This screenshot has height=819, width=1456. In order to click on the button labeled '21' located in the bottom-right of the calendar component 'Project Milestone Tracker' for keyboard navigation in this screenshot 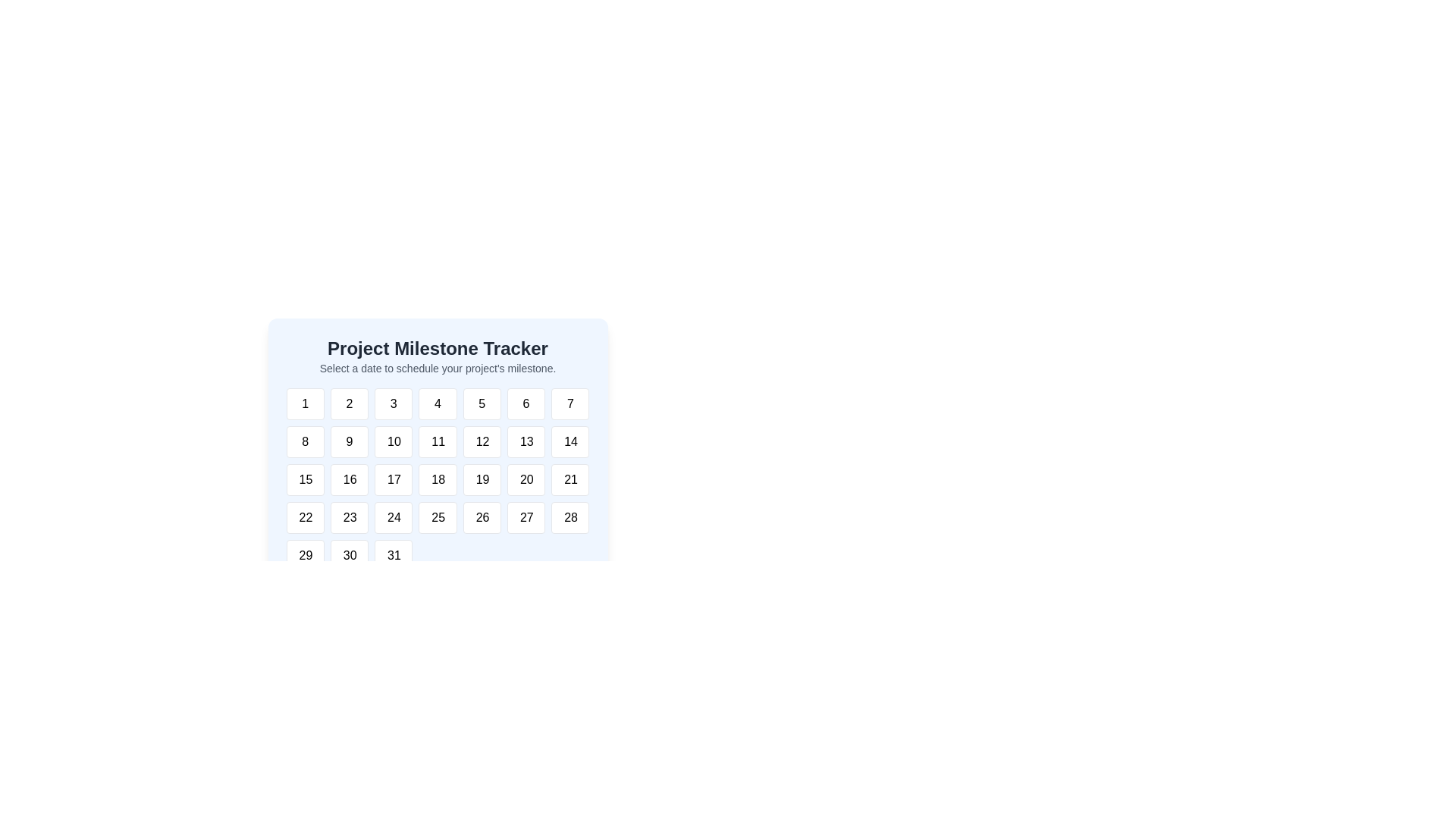, I will do `click(570, 479)`.